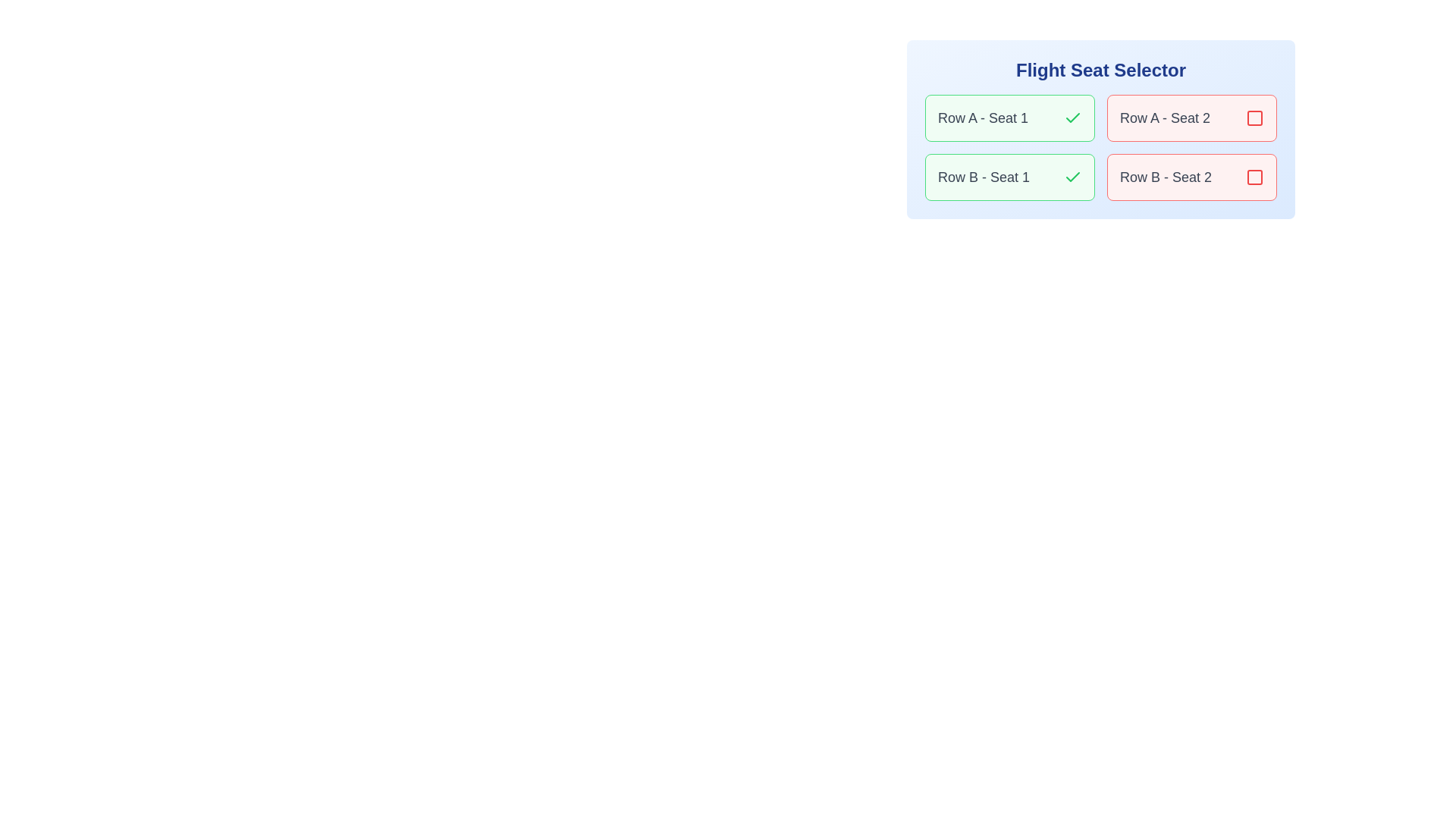  I want to click on the text label that says 'Row A - Seat 1', which is part of a highlighted background and grouped with a tick icon, so click(983, 117).